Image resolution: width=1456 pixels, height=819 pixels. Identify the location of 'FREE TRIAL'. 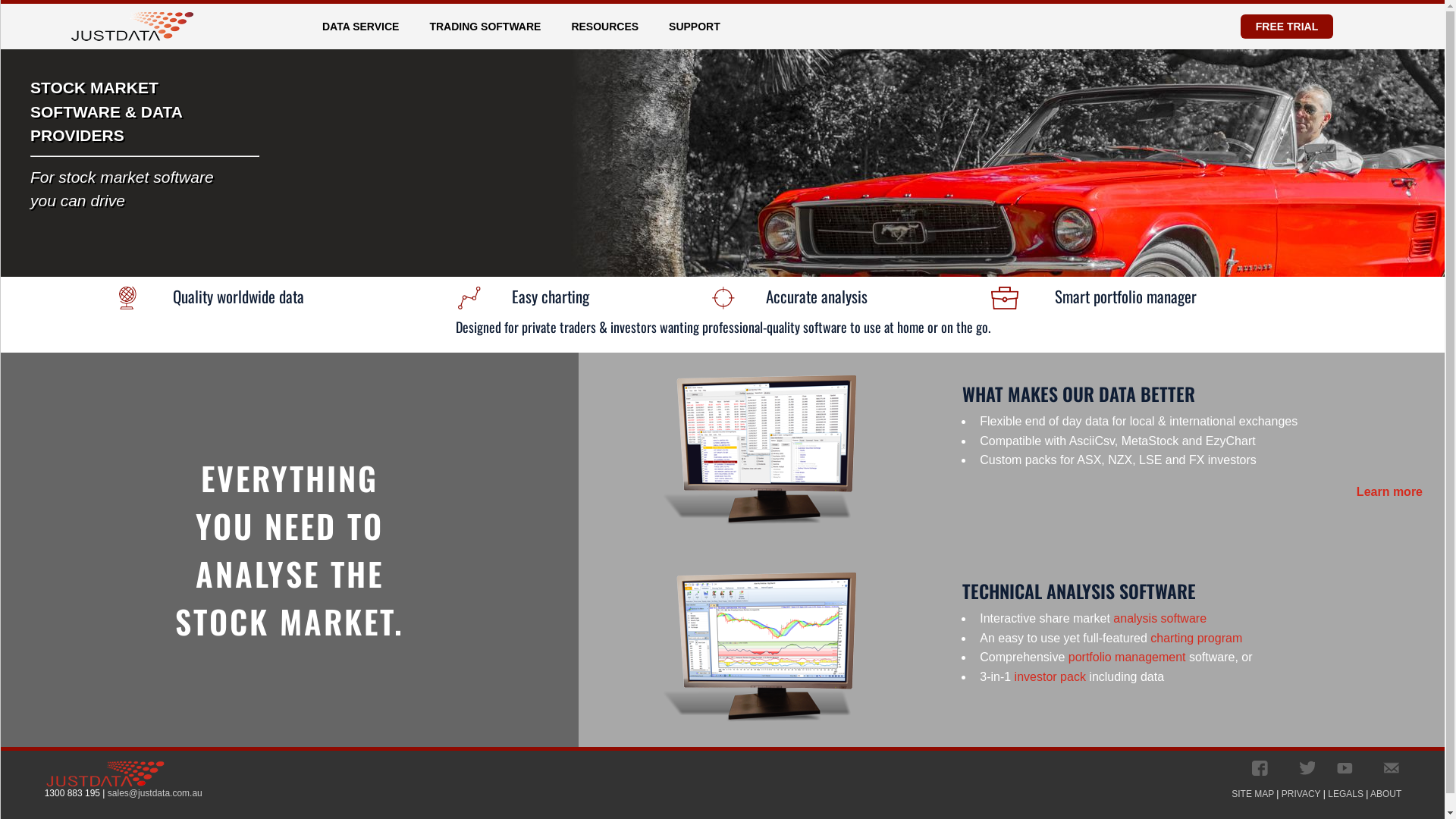
(1286, 26).